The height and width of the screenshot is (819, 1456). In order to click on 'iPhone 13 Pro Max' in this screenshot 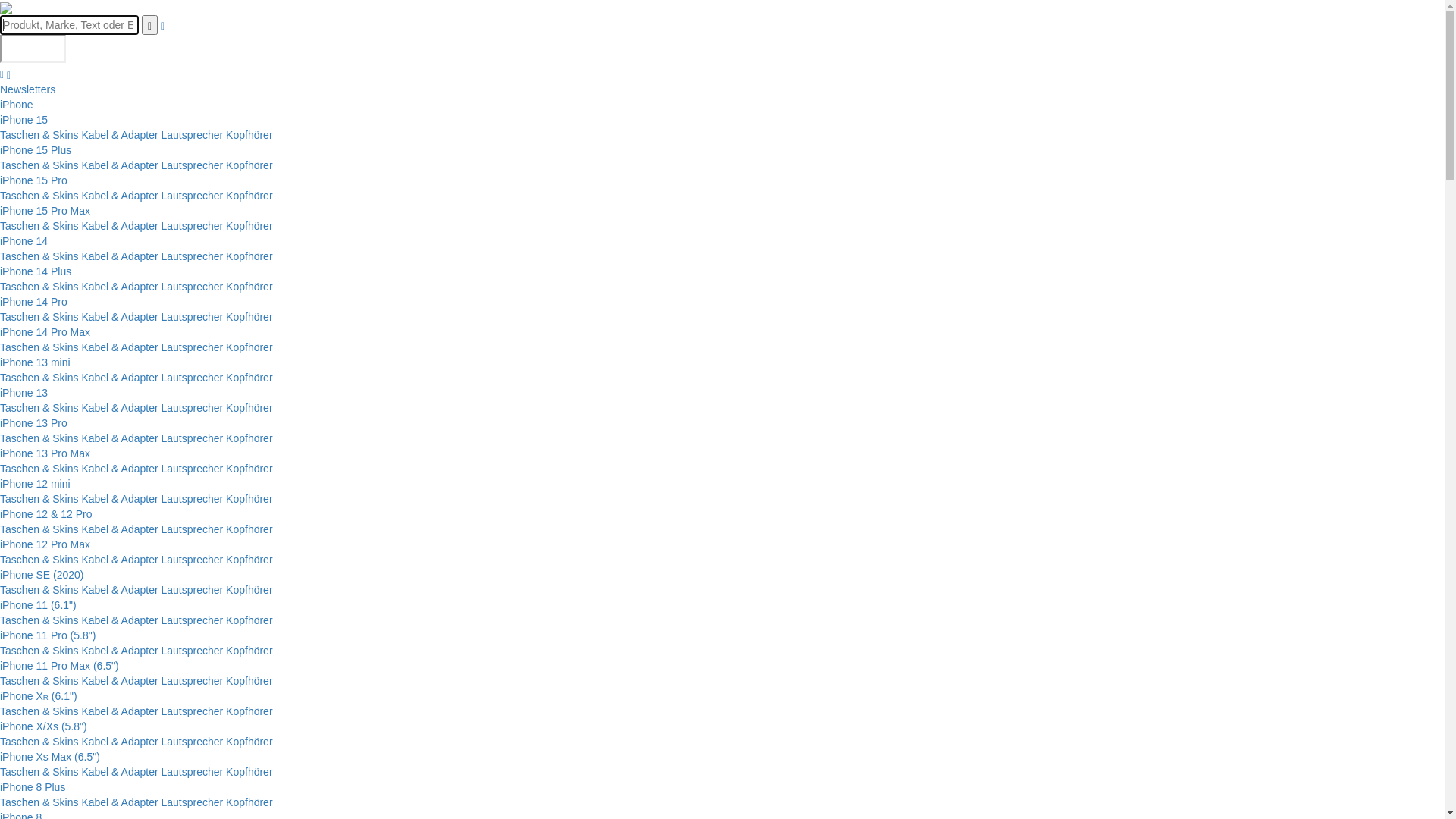, I will do `click(45, 452)`.